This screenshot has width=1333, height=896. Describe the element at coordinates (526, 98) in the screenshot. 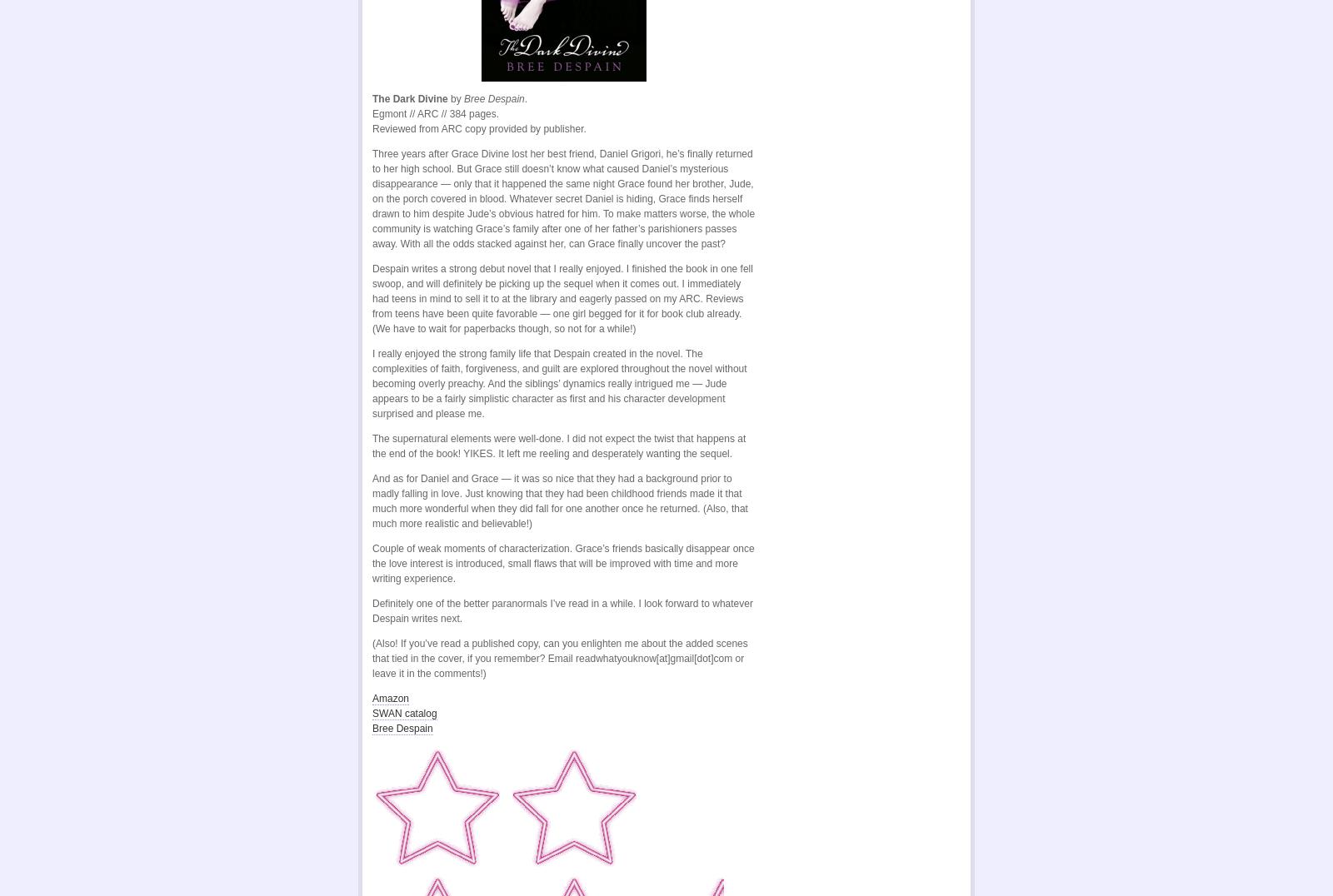

I see `'.'` at that location.